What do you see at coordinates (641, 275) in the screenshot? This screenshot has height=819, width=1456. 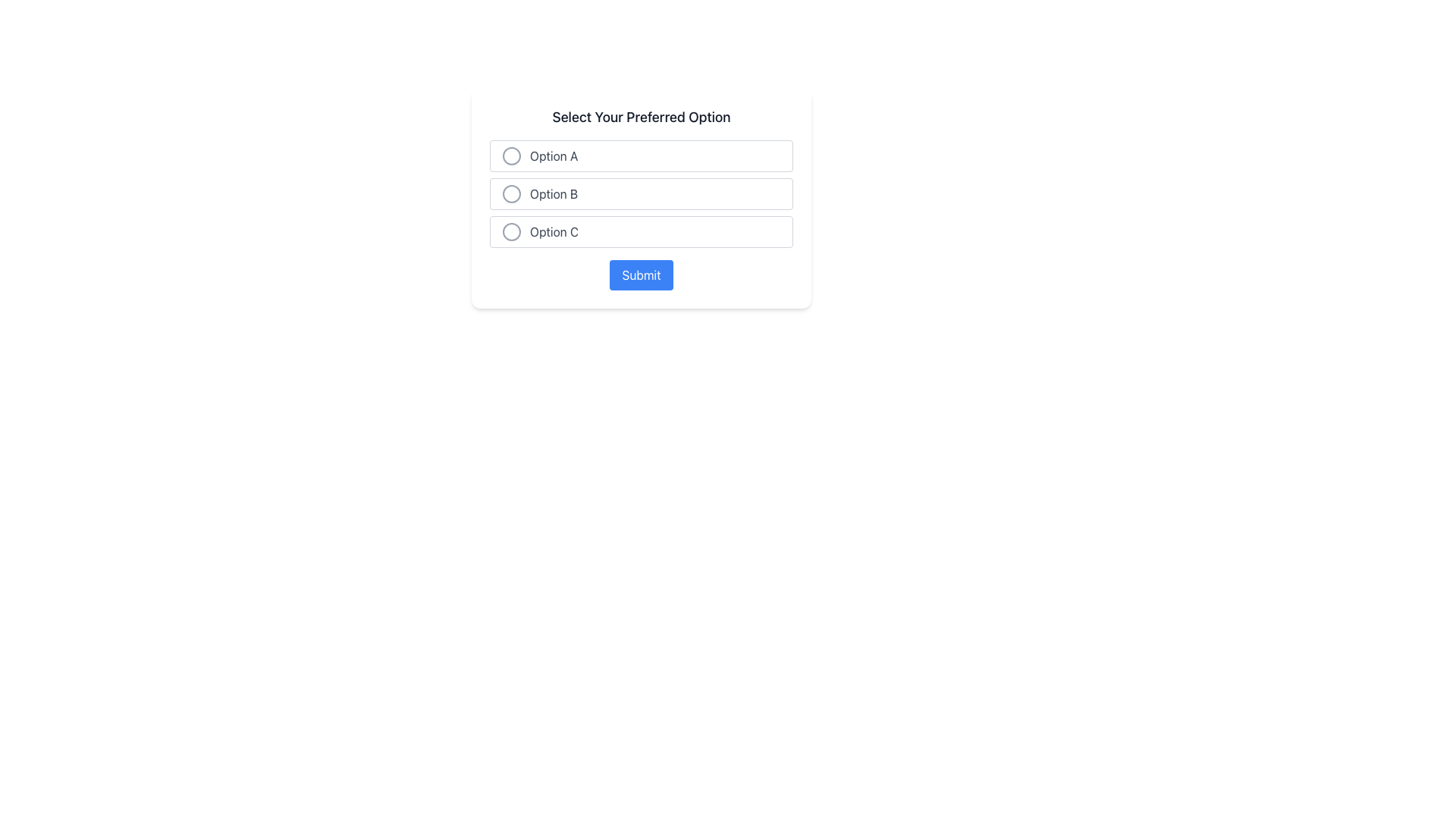 I see `the blue rectangular 'Submit' button with rounded corners located at the bottom of the form` at bounding box center [641, 275].